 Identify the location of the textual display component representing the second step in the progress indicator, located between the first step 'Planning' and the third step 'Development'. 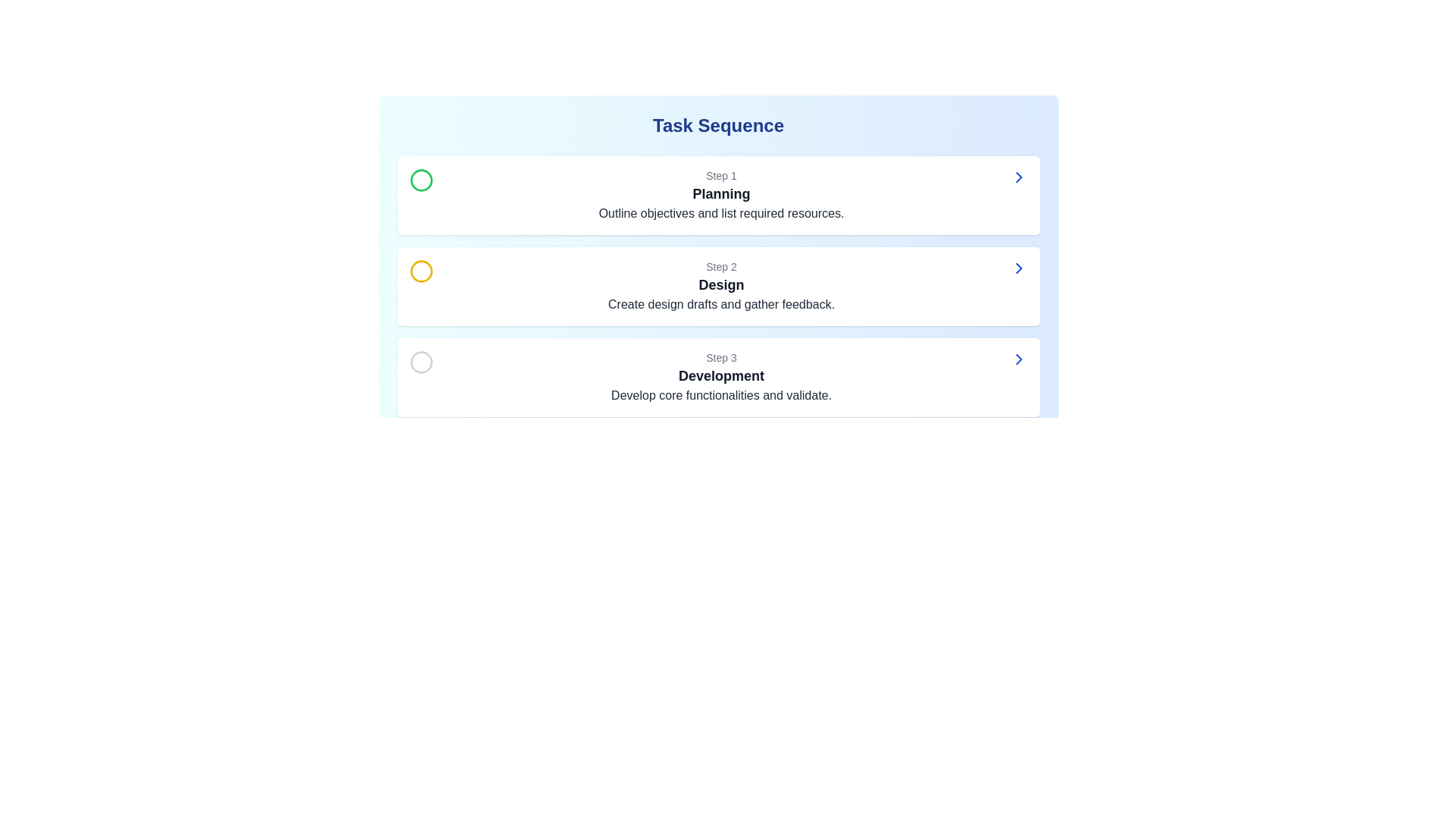
(720, 287).